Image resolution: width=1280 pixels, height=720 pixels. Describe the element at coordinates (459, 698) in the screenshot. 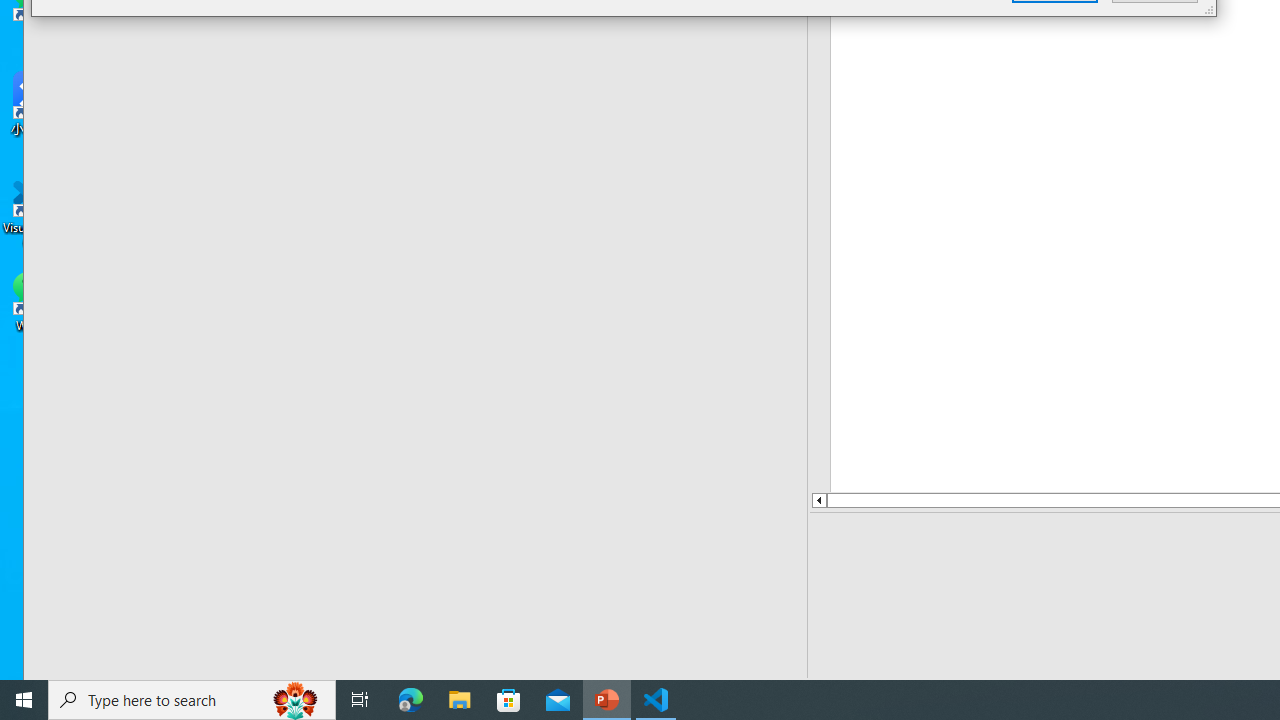

I see `'File Explorer'` at that location.